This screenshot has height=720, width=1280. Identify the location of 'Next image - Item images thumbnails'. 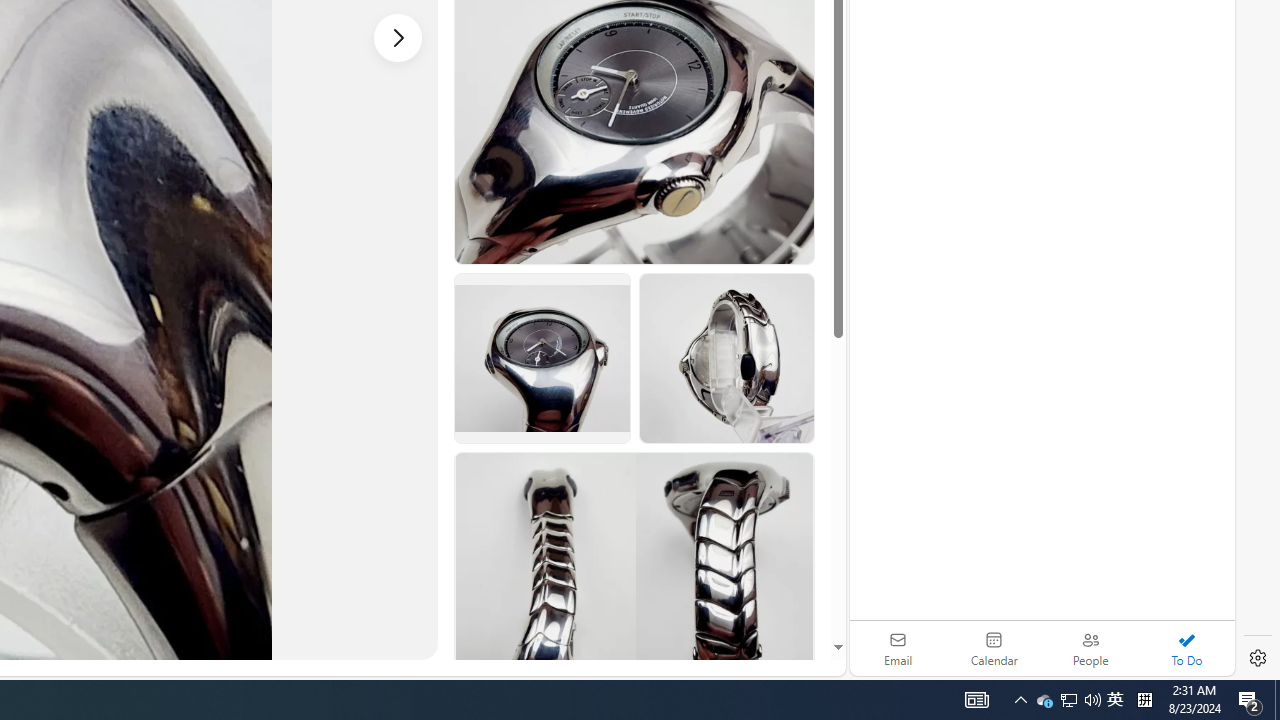
(398, 37).